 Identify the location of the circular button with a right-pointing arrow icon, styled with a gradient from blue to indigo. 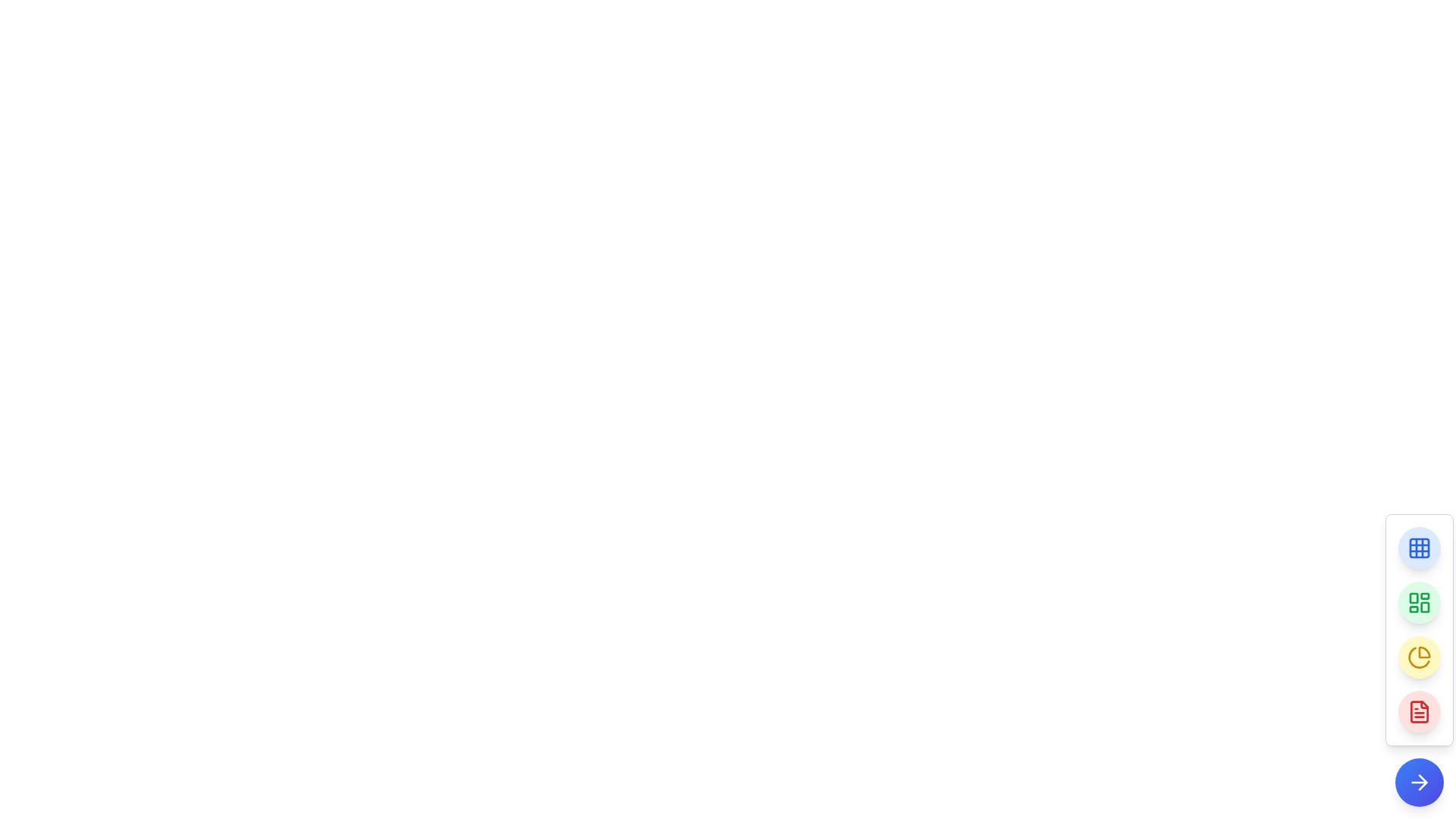
(1419, 783).